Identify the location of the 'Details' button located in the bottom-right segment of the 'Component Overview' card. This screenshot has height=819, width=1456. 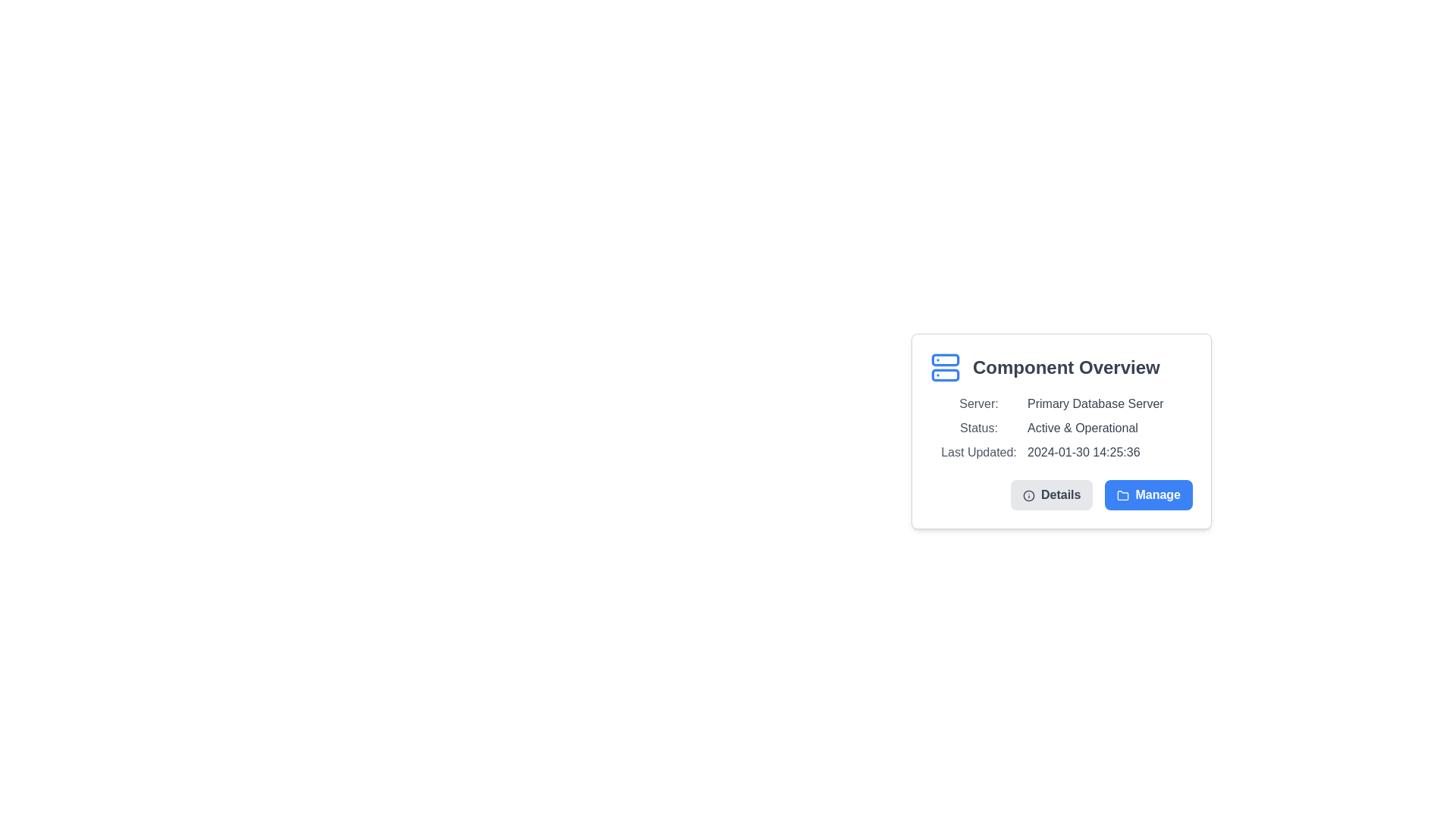
(1061, 494).